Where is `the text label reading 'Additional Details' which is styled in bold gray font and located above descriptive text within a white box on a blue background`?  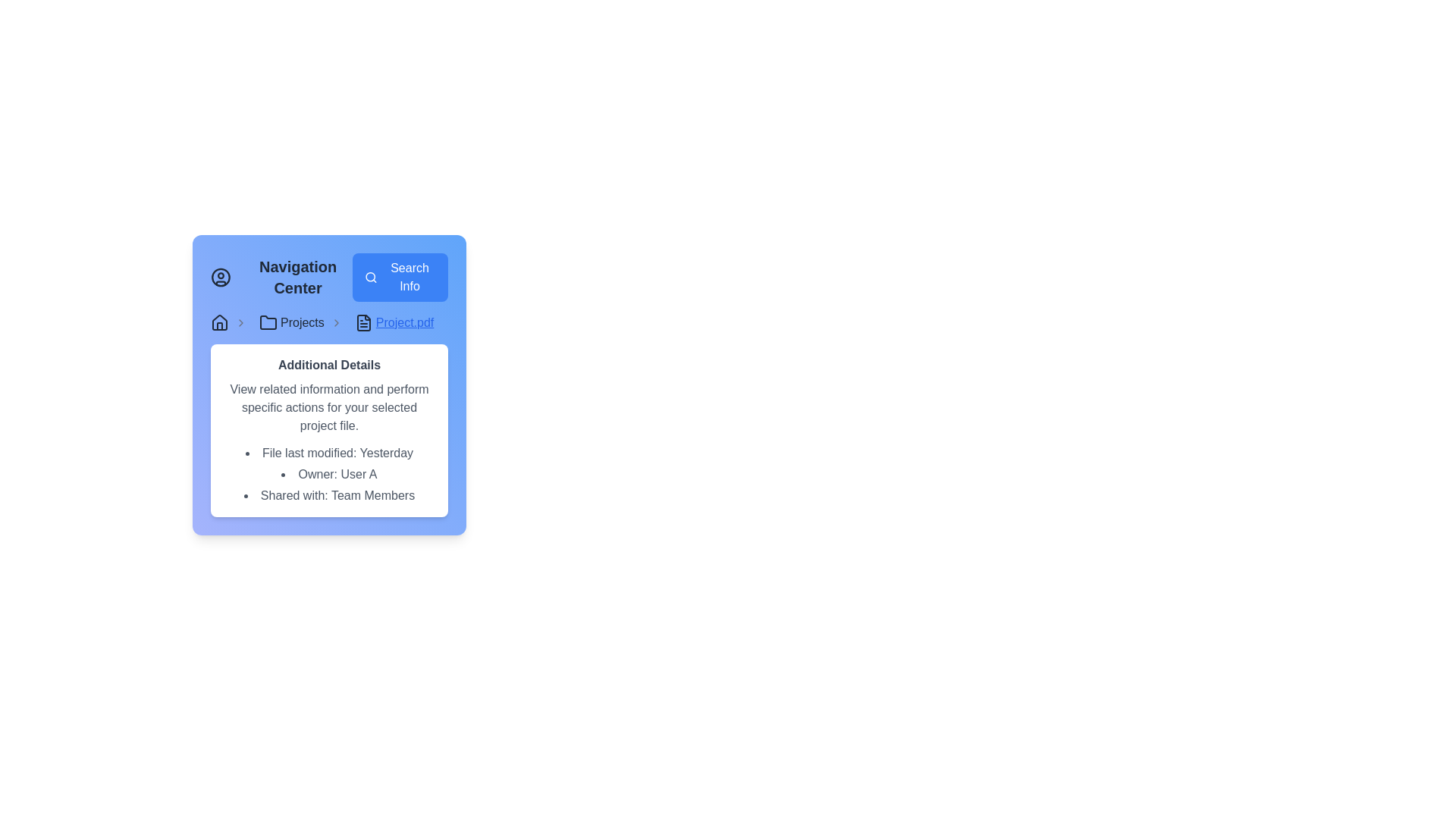 the text label reading 'Additional Details' which is styled in bold gray font and located above descriptive text within a white box on a blue background is located at coordinates (328, 366).